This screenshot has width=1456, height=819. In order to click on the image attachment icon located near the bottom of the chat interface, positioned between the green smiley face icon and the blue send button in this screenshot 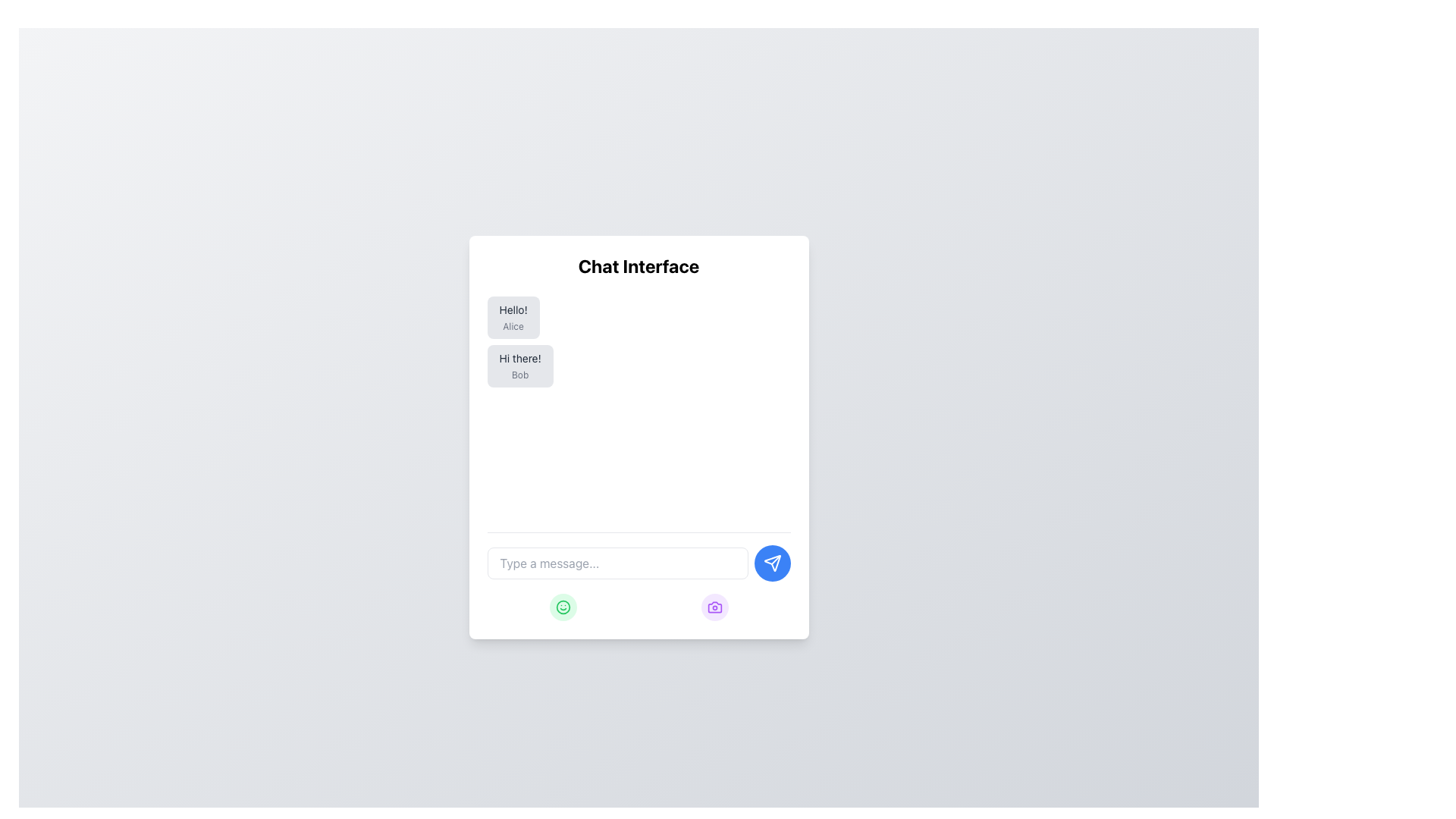, I will do `click(714, 607)`.